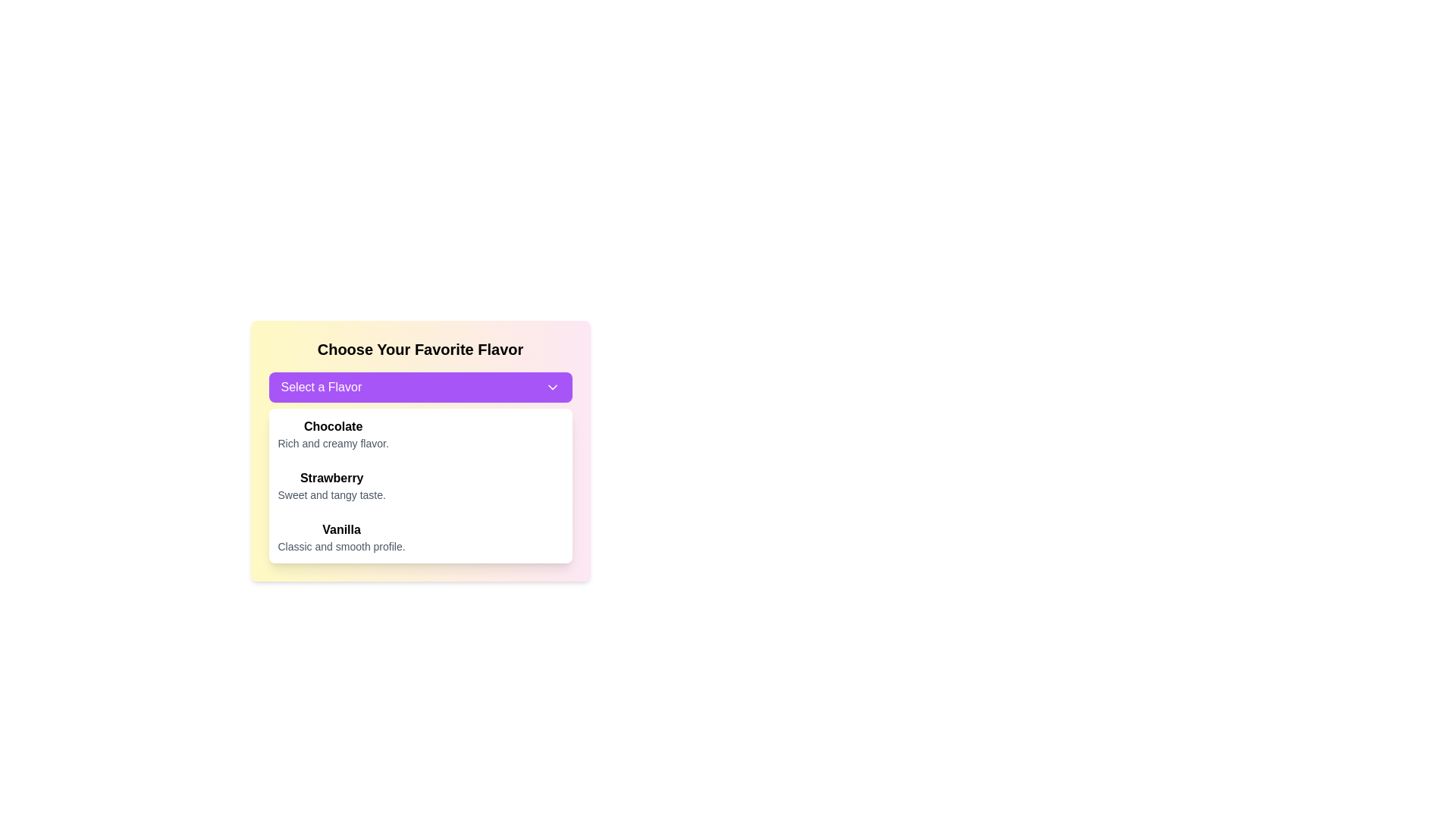  I want to click on descriptive text label that provides additional information about the 'Vanilla' flavor option, located below the 'Vanilla' flavor in the dropdown menu, so click(340, 547).